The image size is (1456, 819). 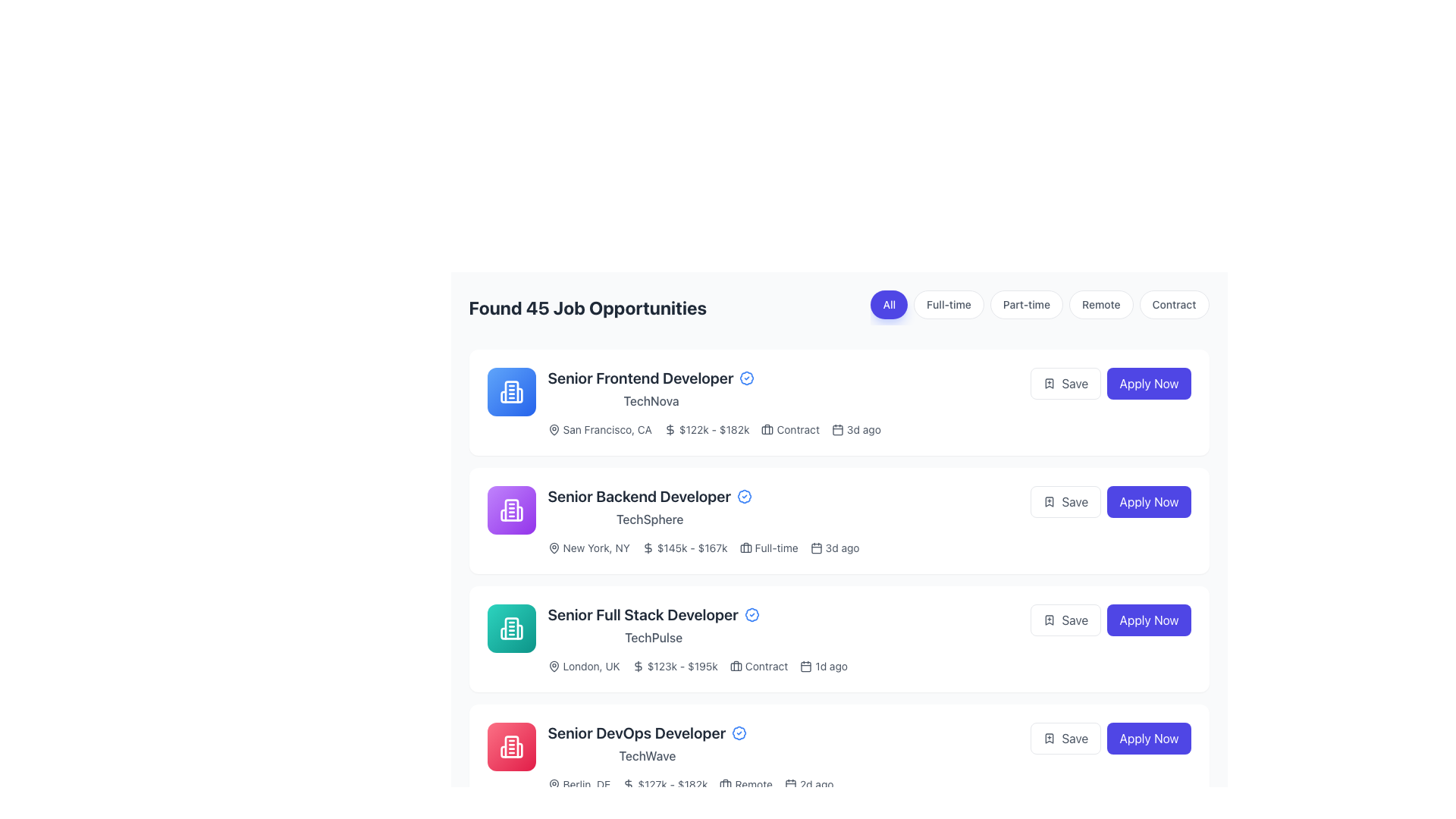 I want to click on the remote opportunity label with icon located between the salary range '$127k - $182k' and the posting age '2d ago' in the job posting for 'Senior DevOps Developer', so click(x=745, y=784).